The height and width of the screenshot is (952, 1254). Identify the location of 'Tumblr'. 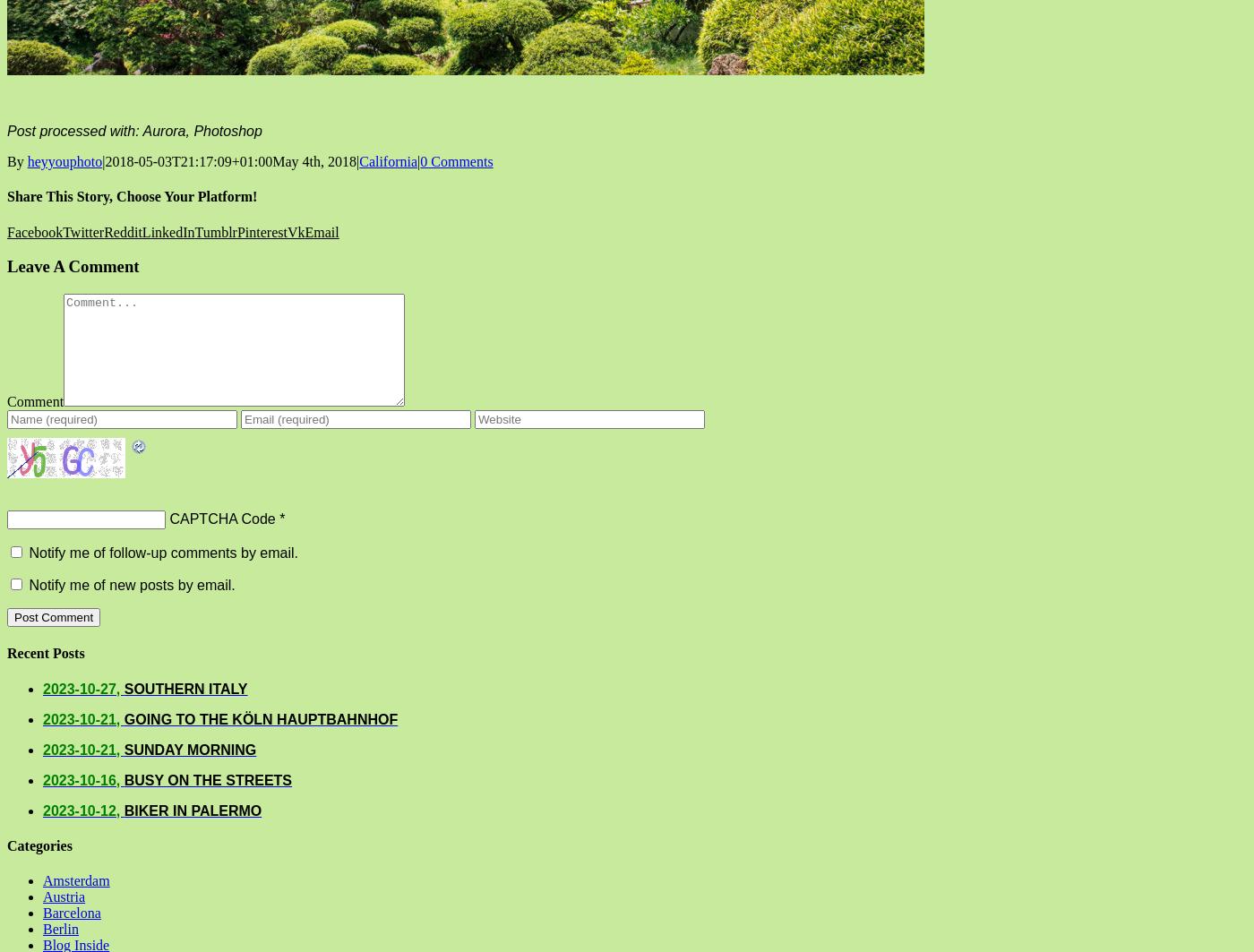
(215, 231).